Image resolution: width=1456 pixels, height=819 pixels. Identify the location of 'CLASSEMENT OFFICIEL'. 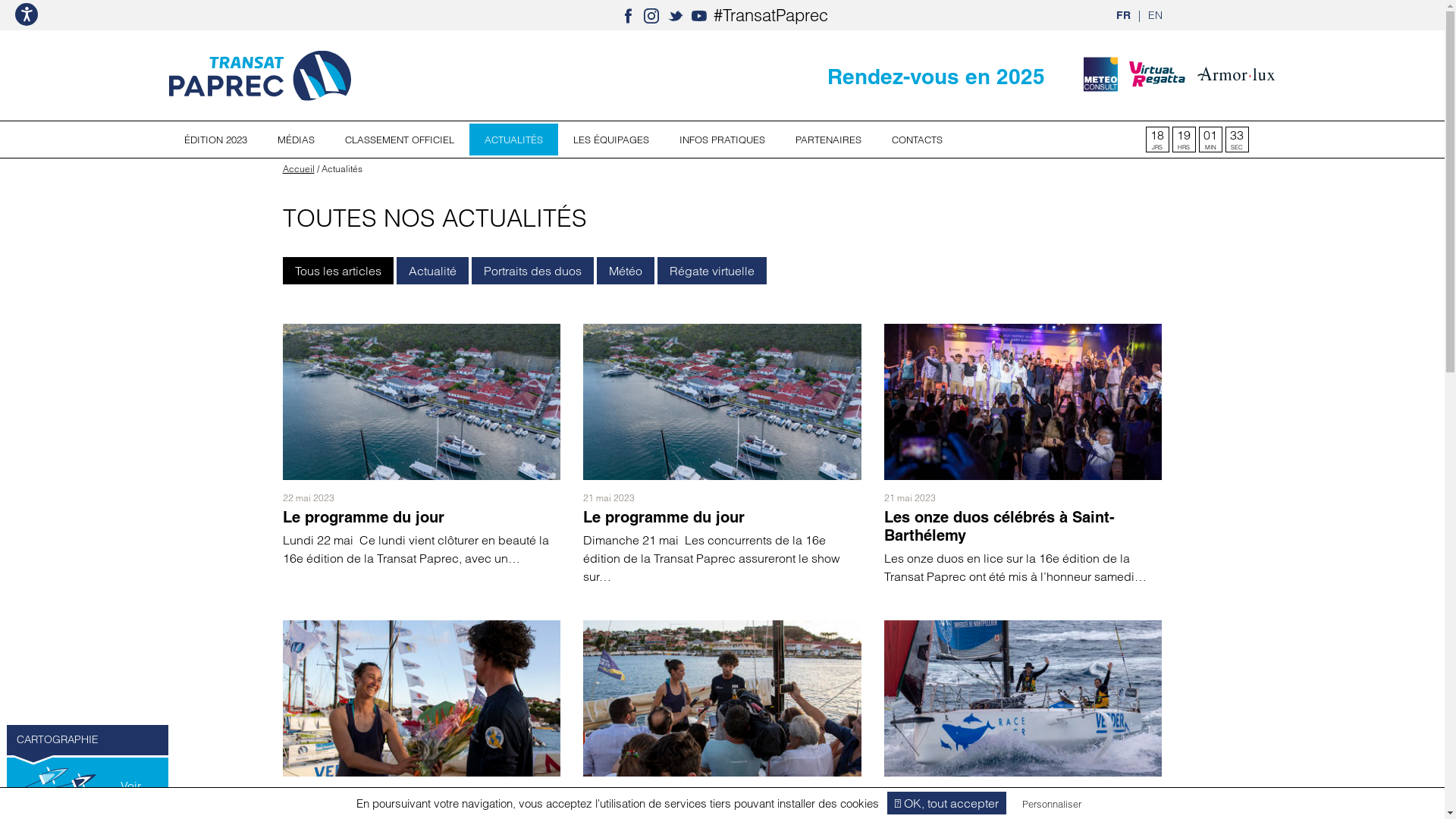
(399, 140).